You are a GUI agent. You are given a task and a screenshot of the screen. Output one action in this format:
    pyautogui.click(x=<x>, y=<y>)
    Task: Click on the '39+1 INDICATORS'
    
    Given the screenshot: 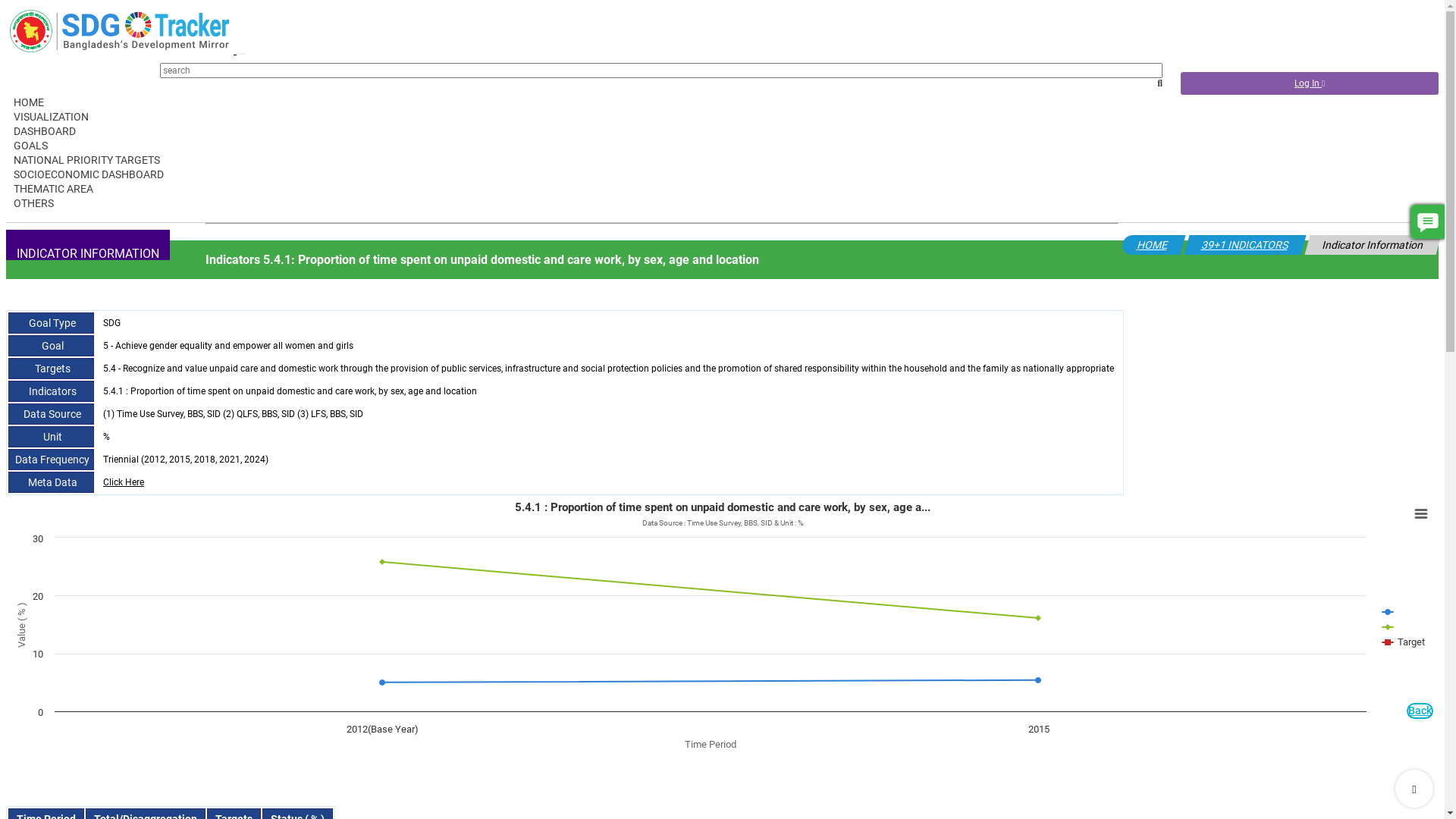 What is the action you would take?
    pyautogui.click(x=1244, y=244)
    